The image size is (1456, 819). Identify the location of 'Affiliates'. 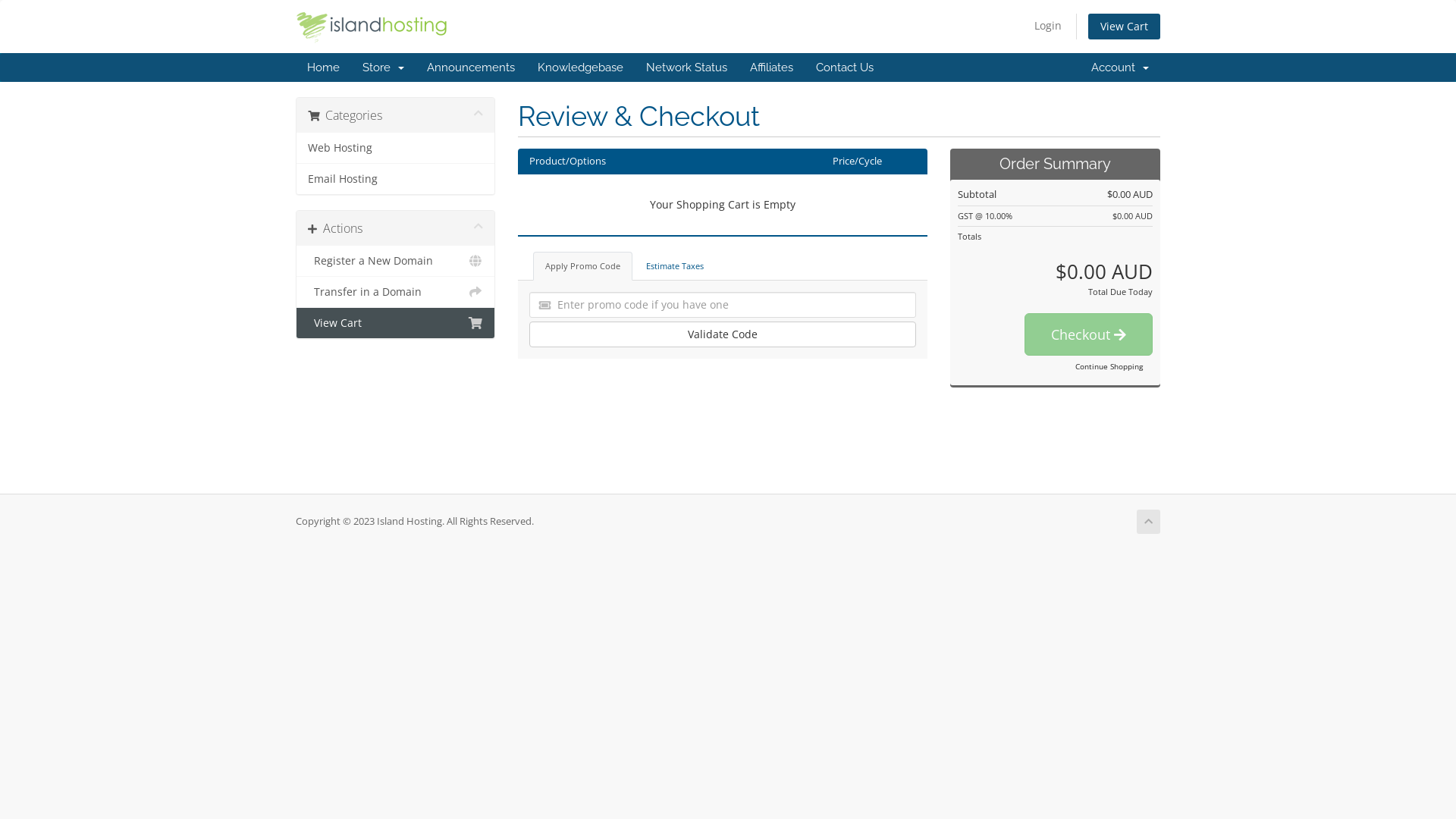
(771, 66).